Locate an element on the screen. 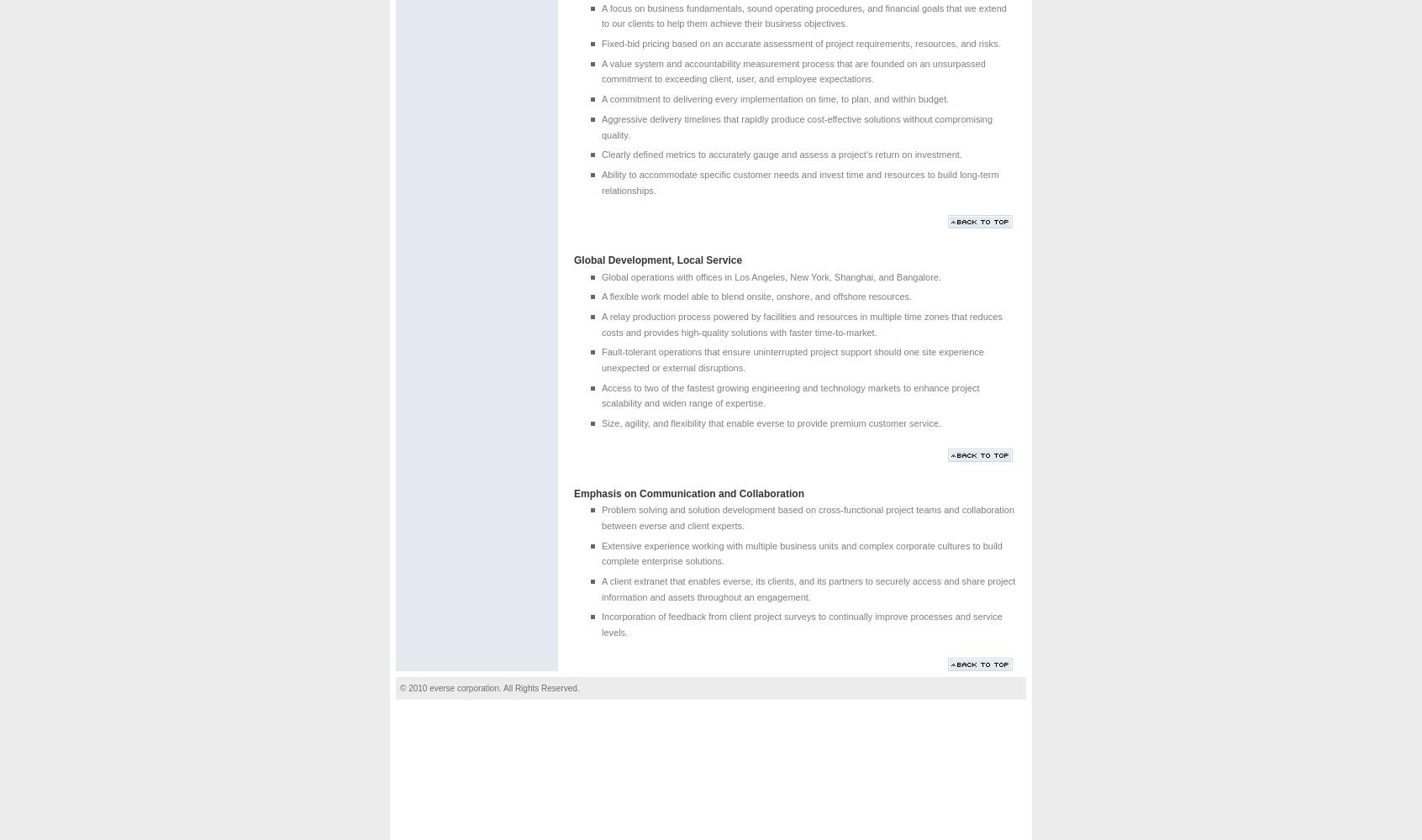 The width and height of the screenshot is (1422, 840). 'A value system and accountability measurement process that are founded on an unsurpassed commitment to exceeding client, user, and employee expectations.' is located at coordinates (793, 70).